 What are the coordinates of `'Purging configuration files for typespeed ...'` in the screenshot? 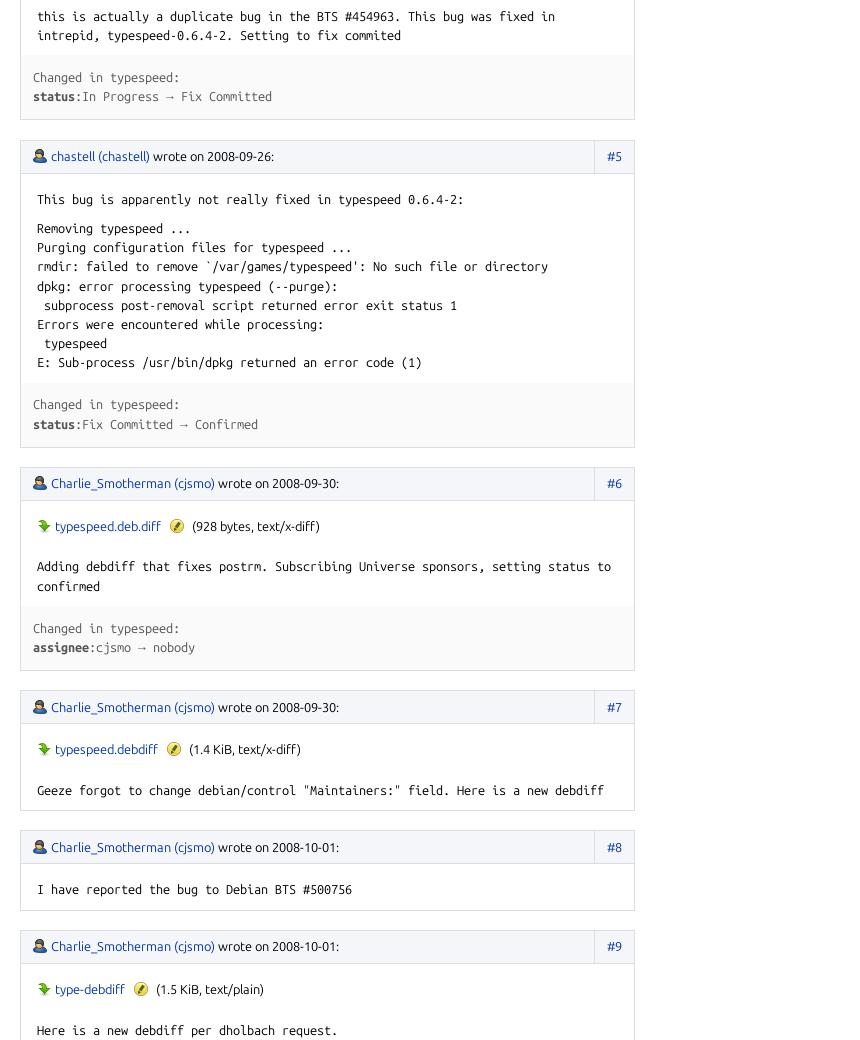 It's located at (193, 247).